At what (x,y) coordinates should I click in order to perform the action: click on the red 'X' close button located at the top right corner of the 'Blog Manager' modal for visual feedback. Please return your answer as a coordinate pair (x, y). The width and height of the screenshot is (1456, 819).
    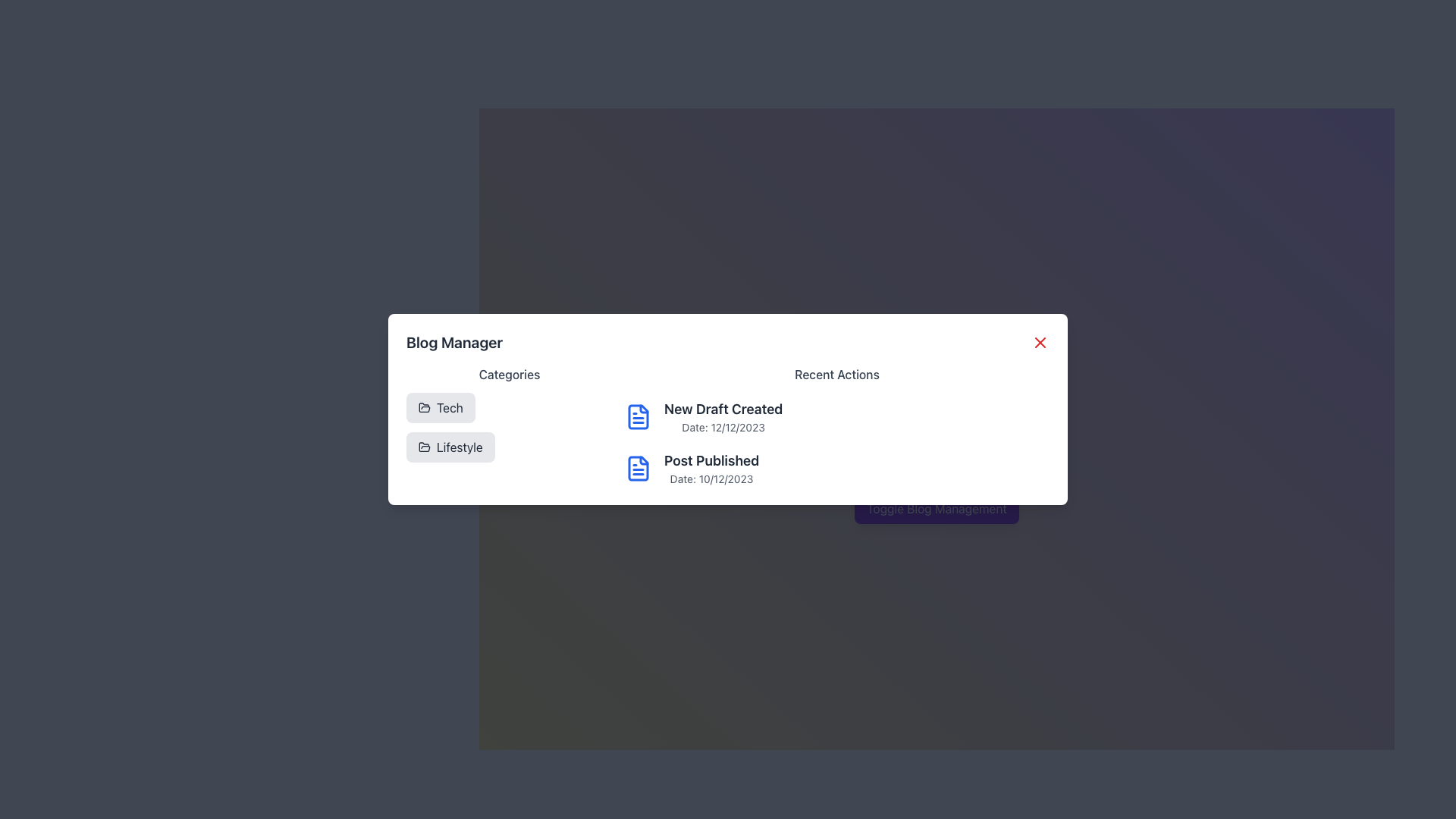
    Looking at the image, I should click on (1040, 342).